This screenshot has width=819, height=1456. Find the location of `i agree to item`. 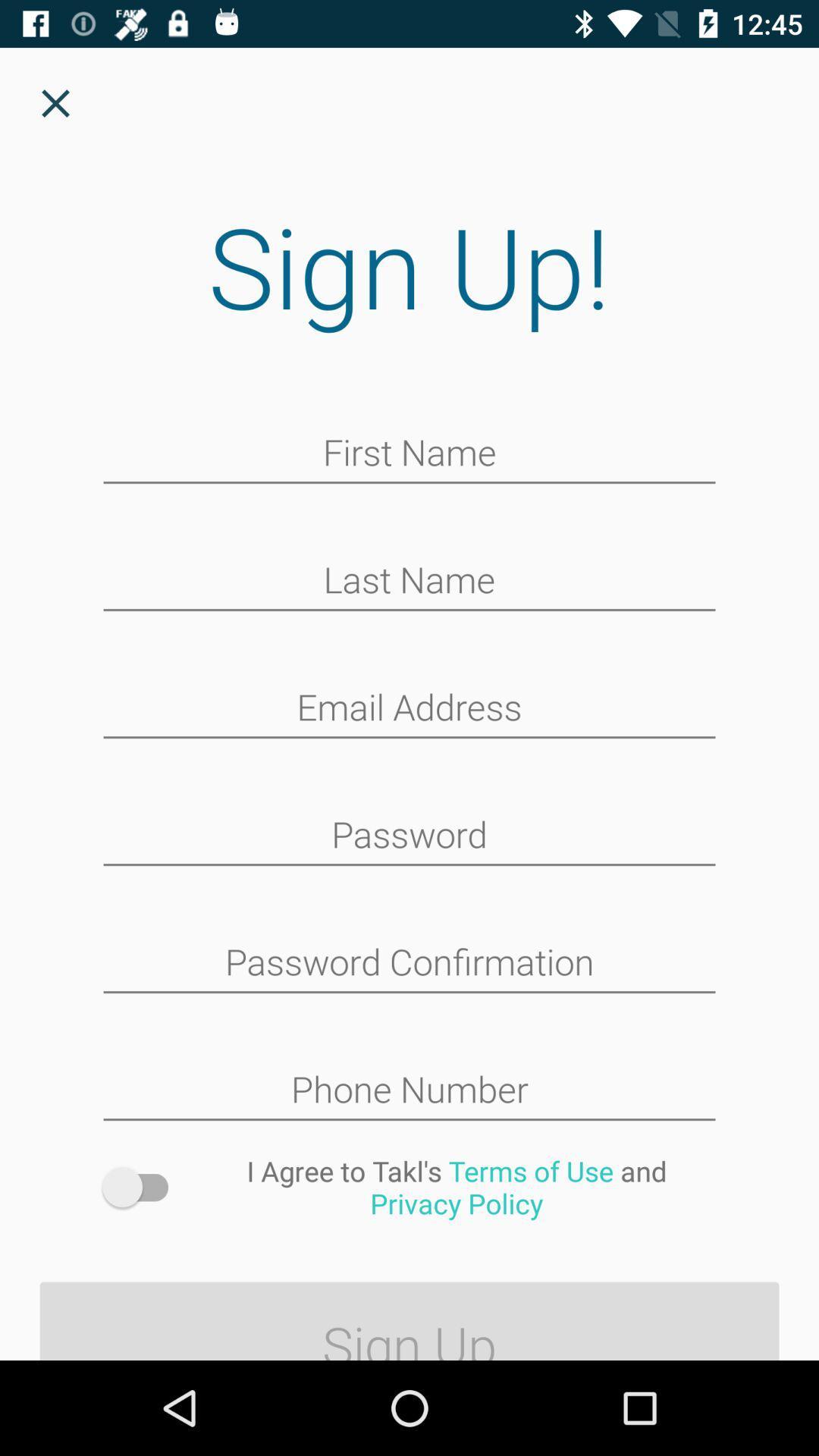

i agree to item is located at coordinates (456, 1186).